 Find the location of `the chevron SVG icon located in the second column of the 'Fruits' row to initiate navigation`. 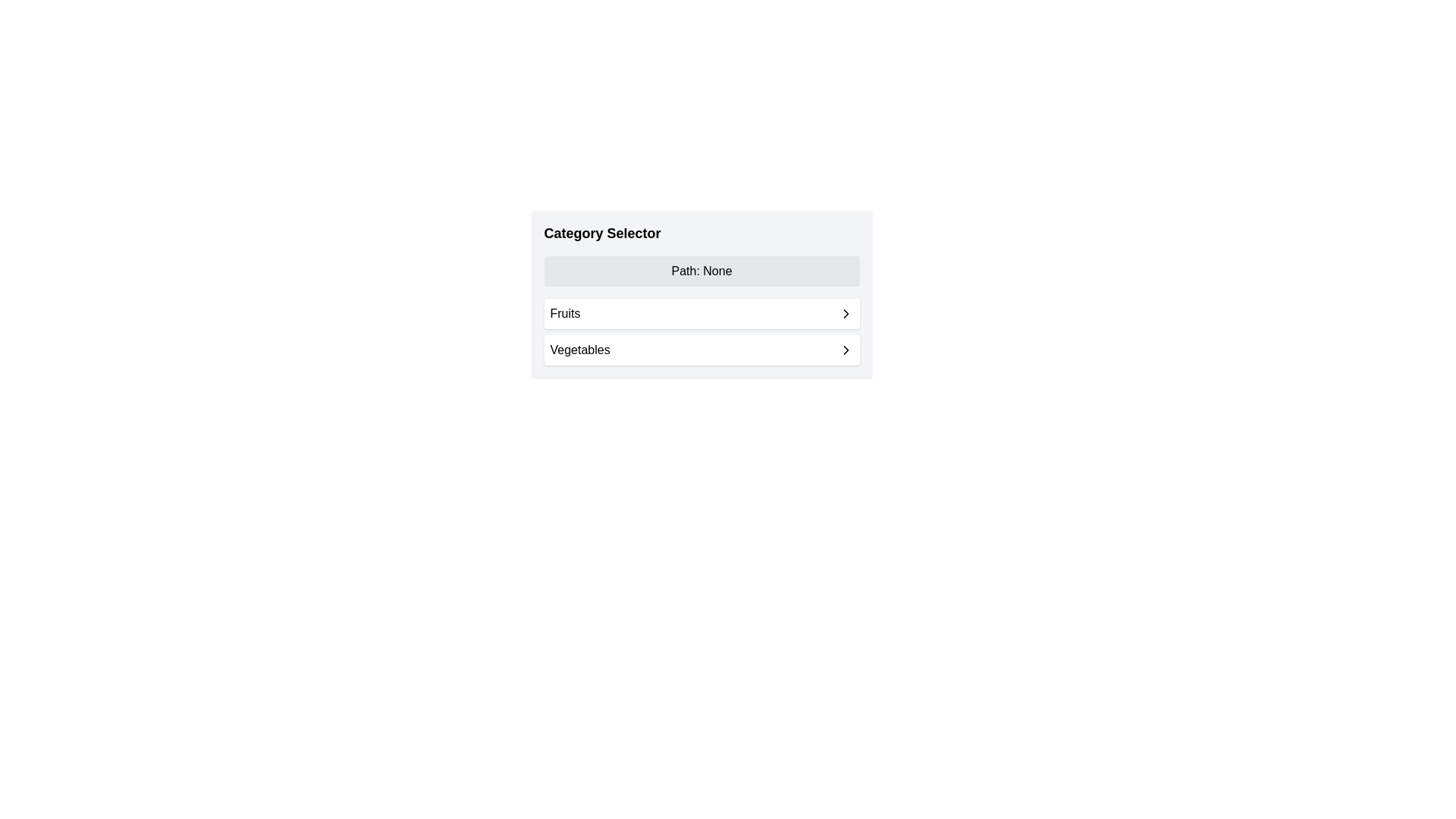

the chevron SVG icon located in the second column of the 'Fruits' row to initiate navigation is located at coordinates (845, 312).